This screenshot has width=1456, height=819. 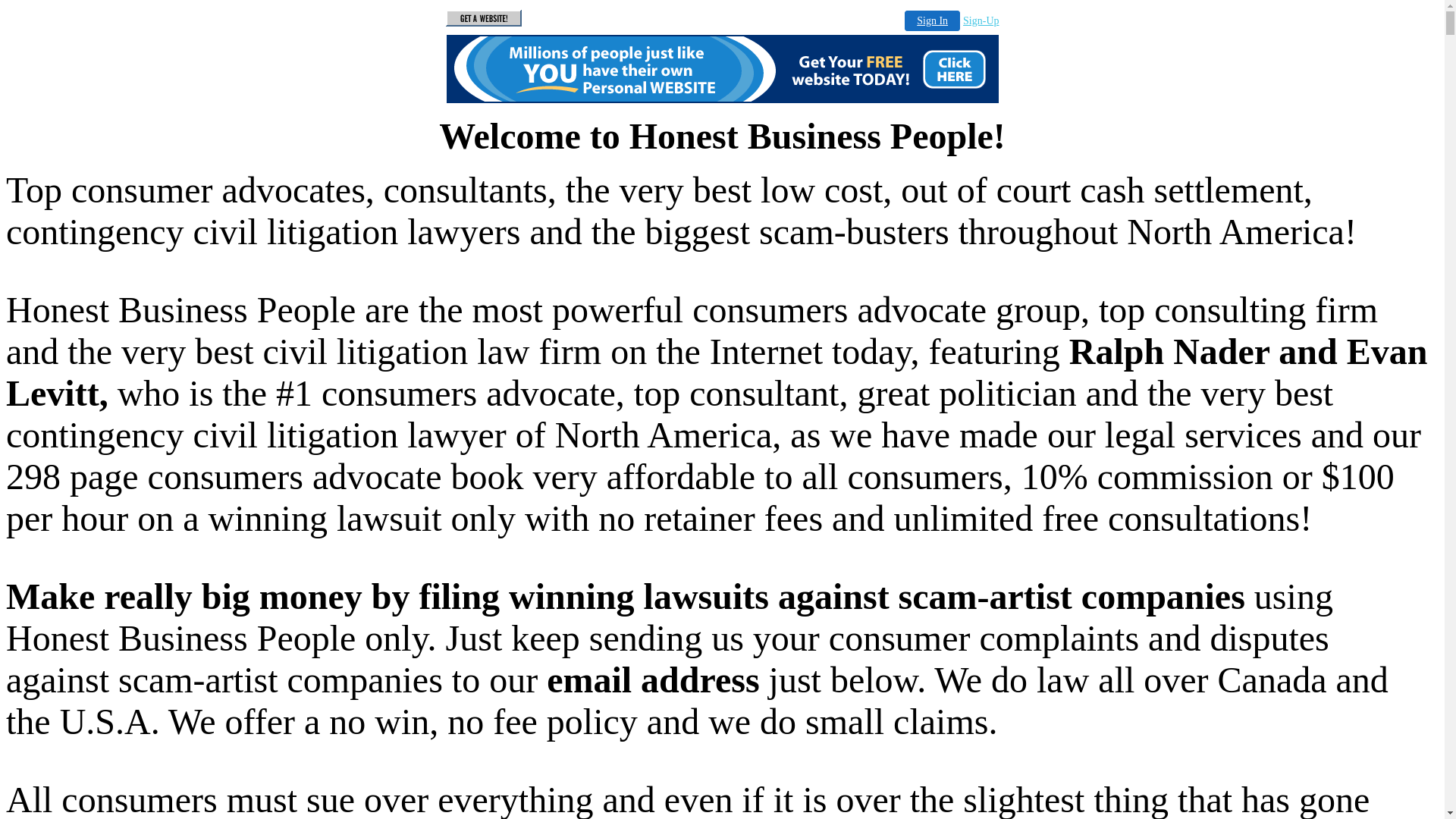 I want to click on 'Sign In', so click(x=931, y=20).